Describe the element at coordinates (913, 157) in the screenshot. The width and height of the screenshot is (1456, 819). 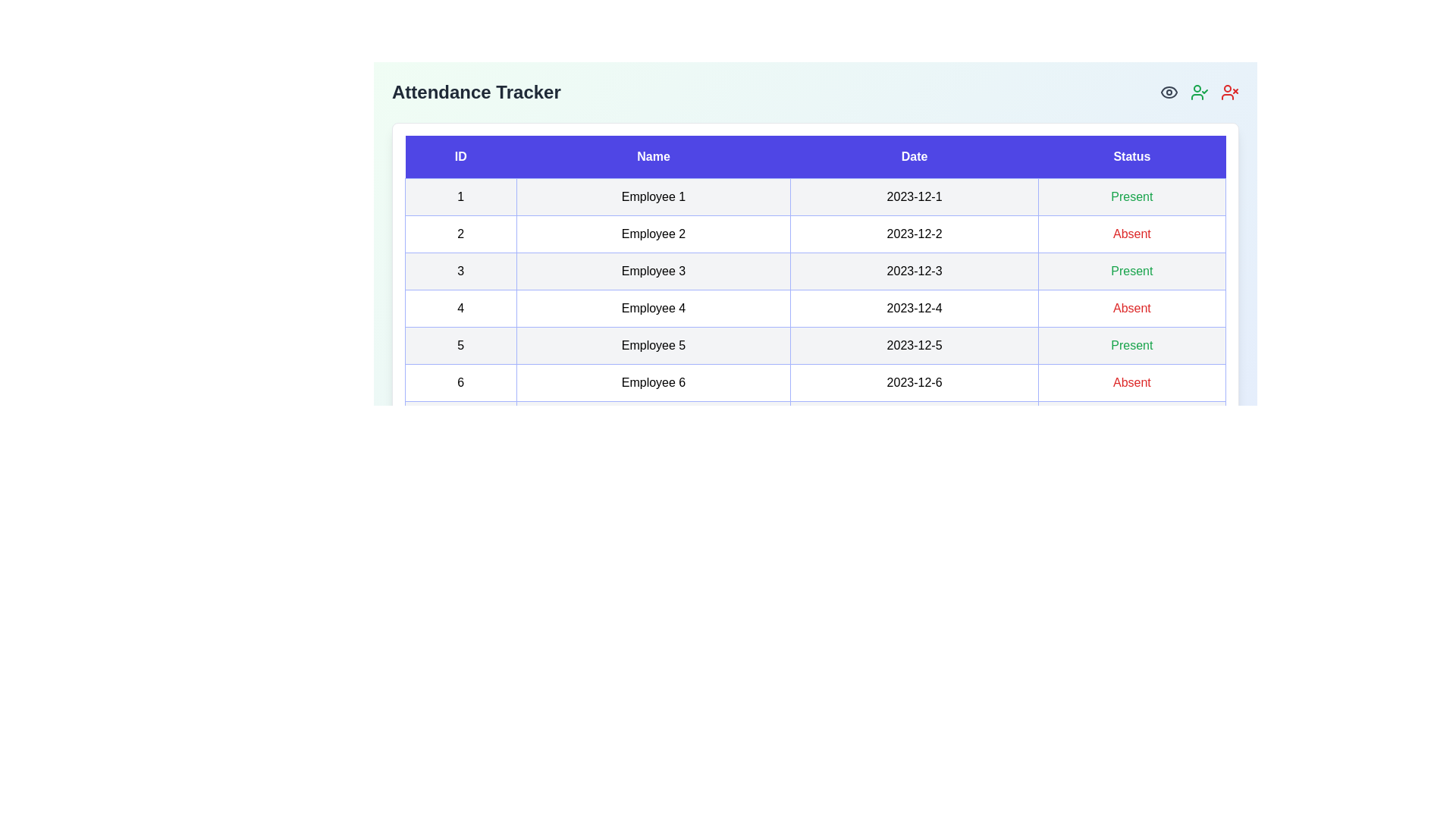
I see `the 'Date' column header to sort the attendance records by date` at that location.